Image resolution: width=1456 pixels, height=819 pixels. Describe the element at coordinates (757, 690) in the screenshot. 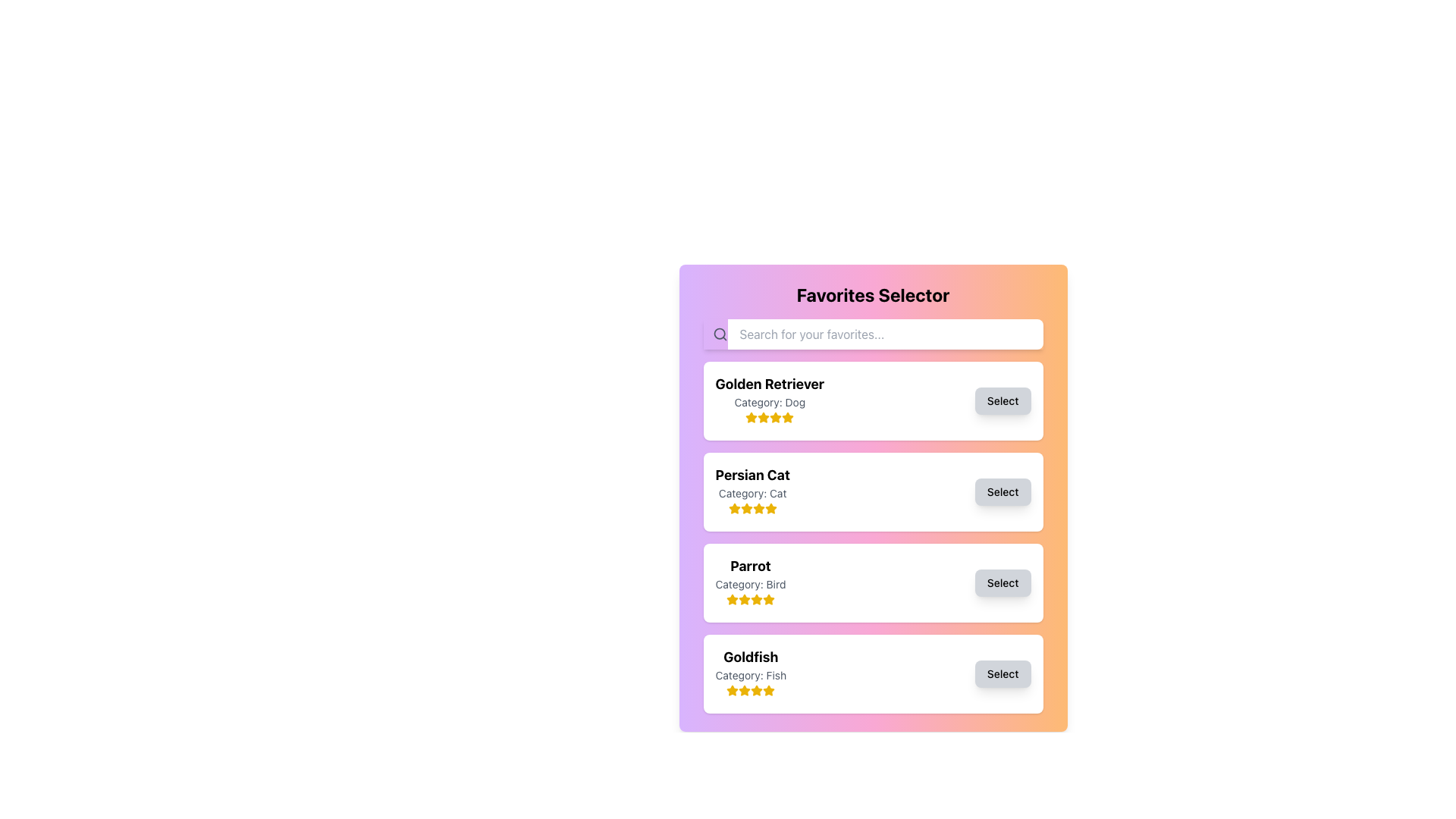

I see `the second star-shaped icon in the rating row for 'Goldfish'` at that location.